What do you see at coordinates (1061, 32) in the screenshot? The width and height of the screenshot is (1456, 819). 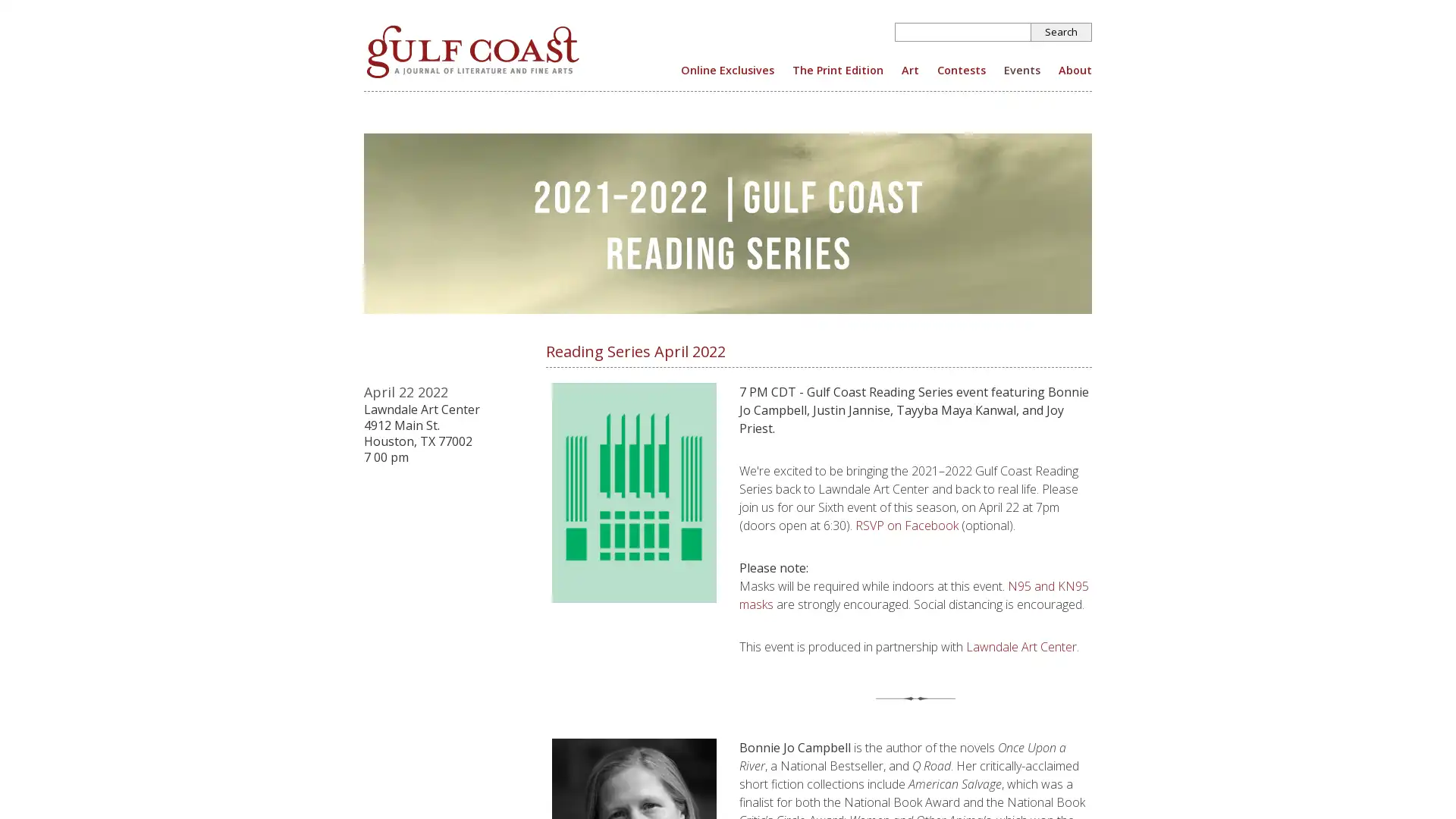 I see `Search` at bounding box center [1061, 32].